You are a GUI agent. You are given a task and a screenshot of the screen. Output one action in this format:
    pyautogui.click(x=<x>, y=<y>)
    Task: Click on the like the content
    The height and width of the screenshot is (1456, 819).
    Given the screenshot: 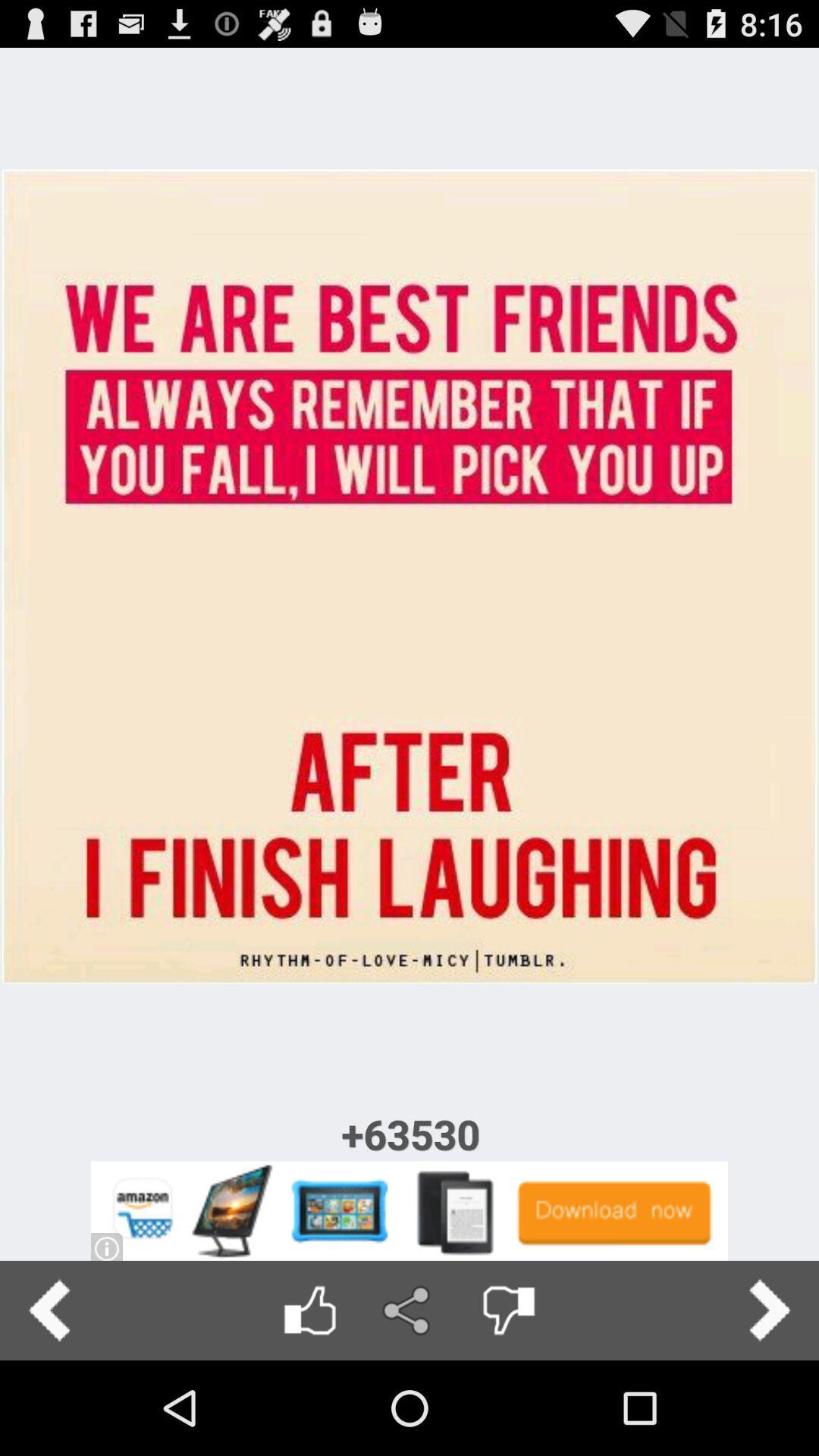 What is the action you would take?
    pyautogui.click(x=309, y=1310)
    